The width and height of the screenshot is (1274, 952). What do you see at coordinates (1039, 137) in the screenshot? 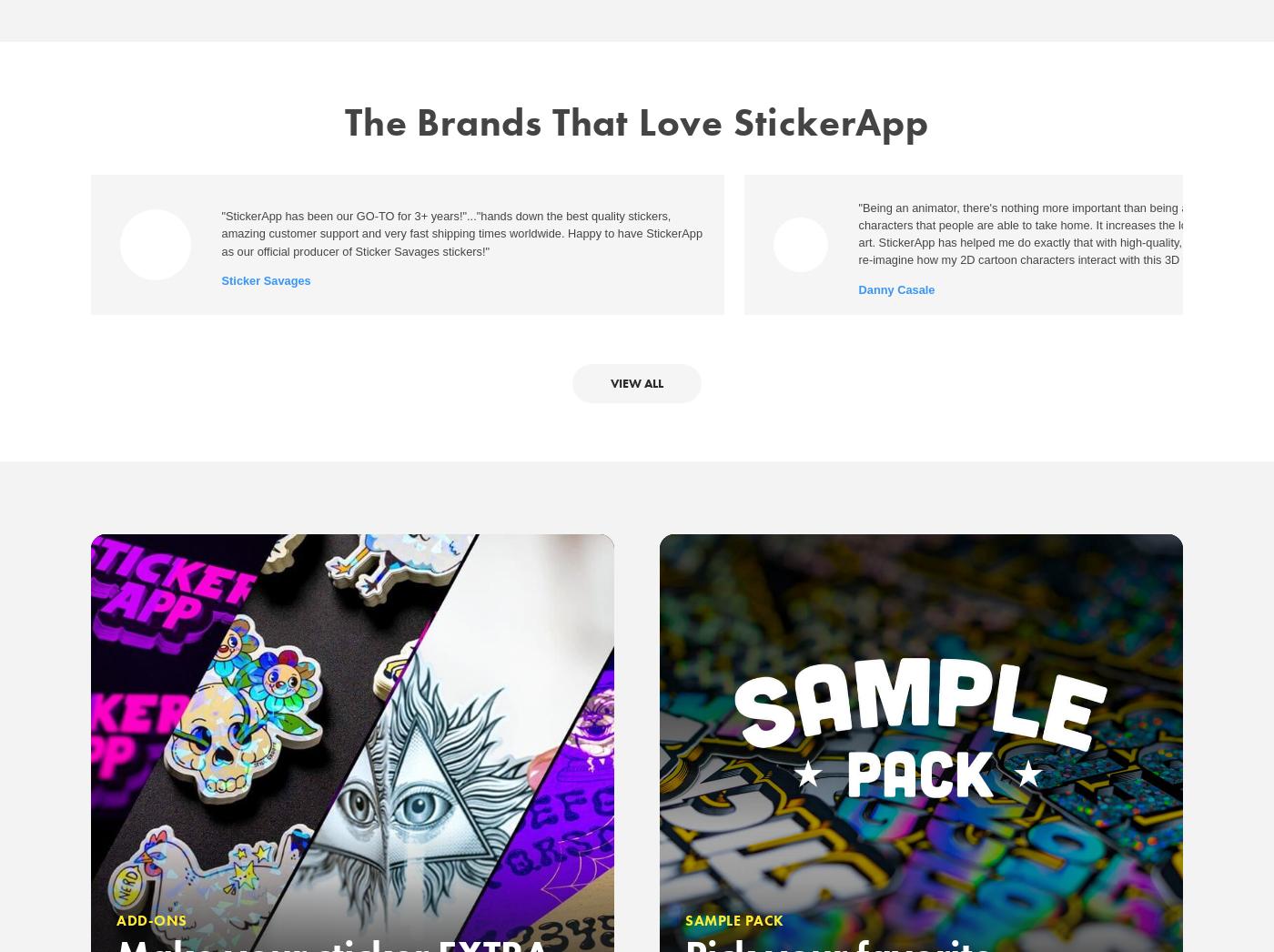
I see `'Press'` at bounding box center [1039, 137].